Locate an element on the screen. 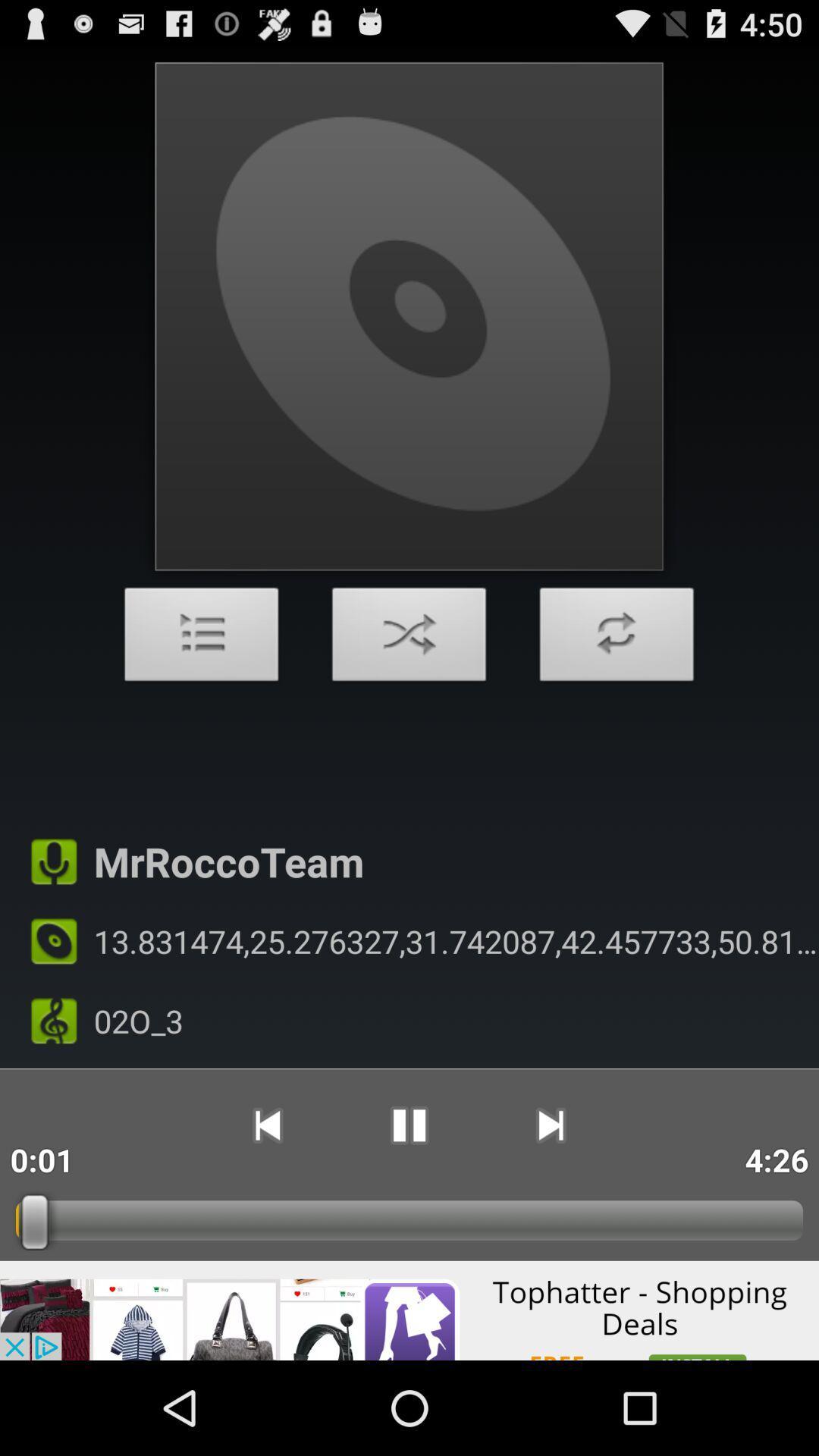  the skip_next icon is located at coordinates (551, 1203).